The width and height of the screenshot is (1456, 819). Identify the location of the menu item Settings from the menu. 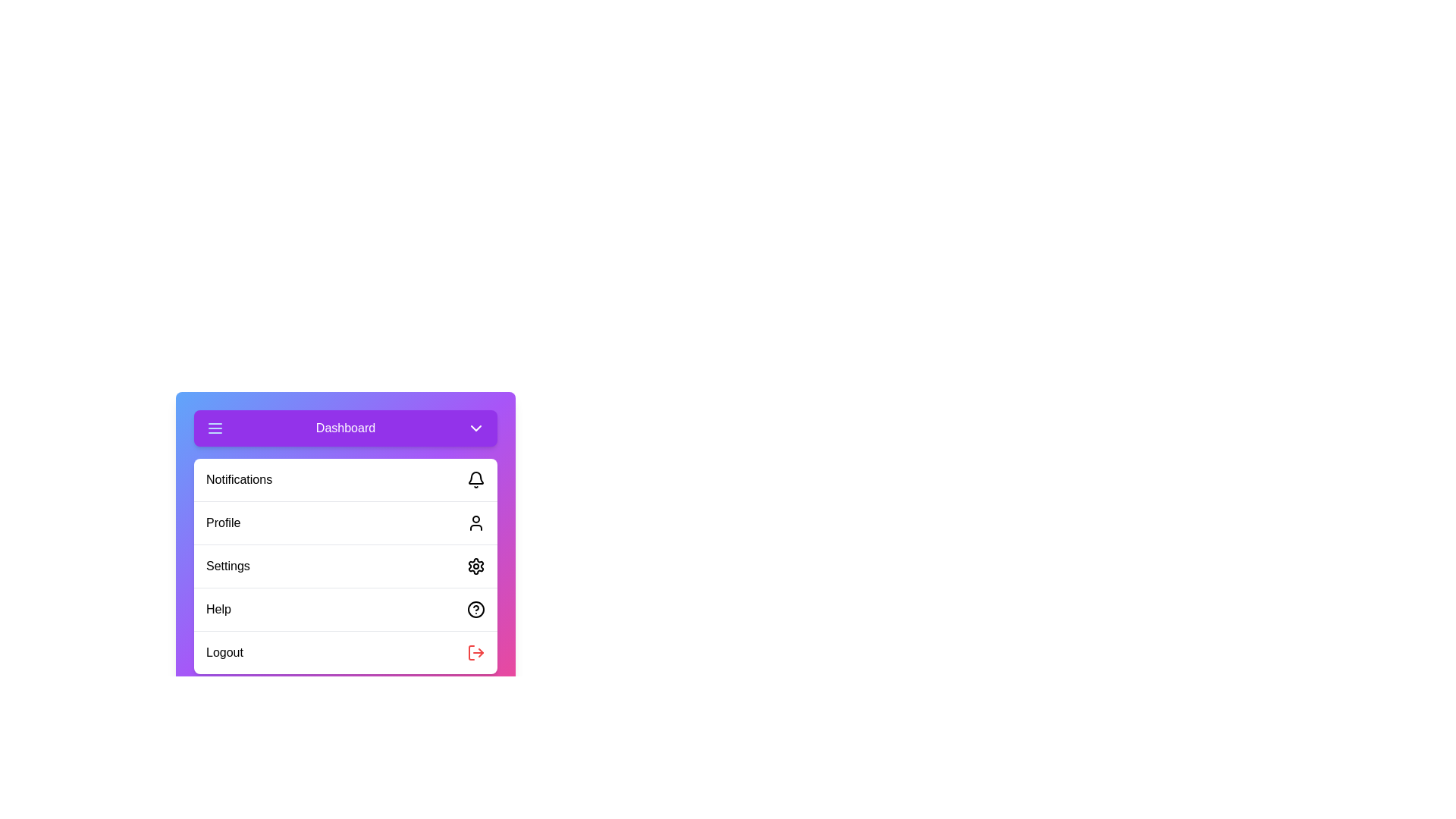
(345, 566).